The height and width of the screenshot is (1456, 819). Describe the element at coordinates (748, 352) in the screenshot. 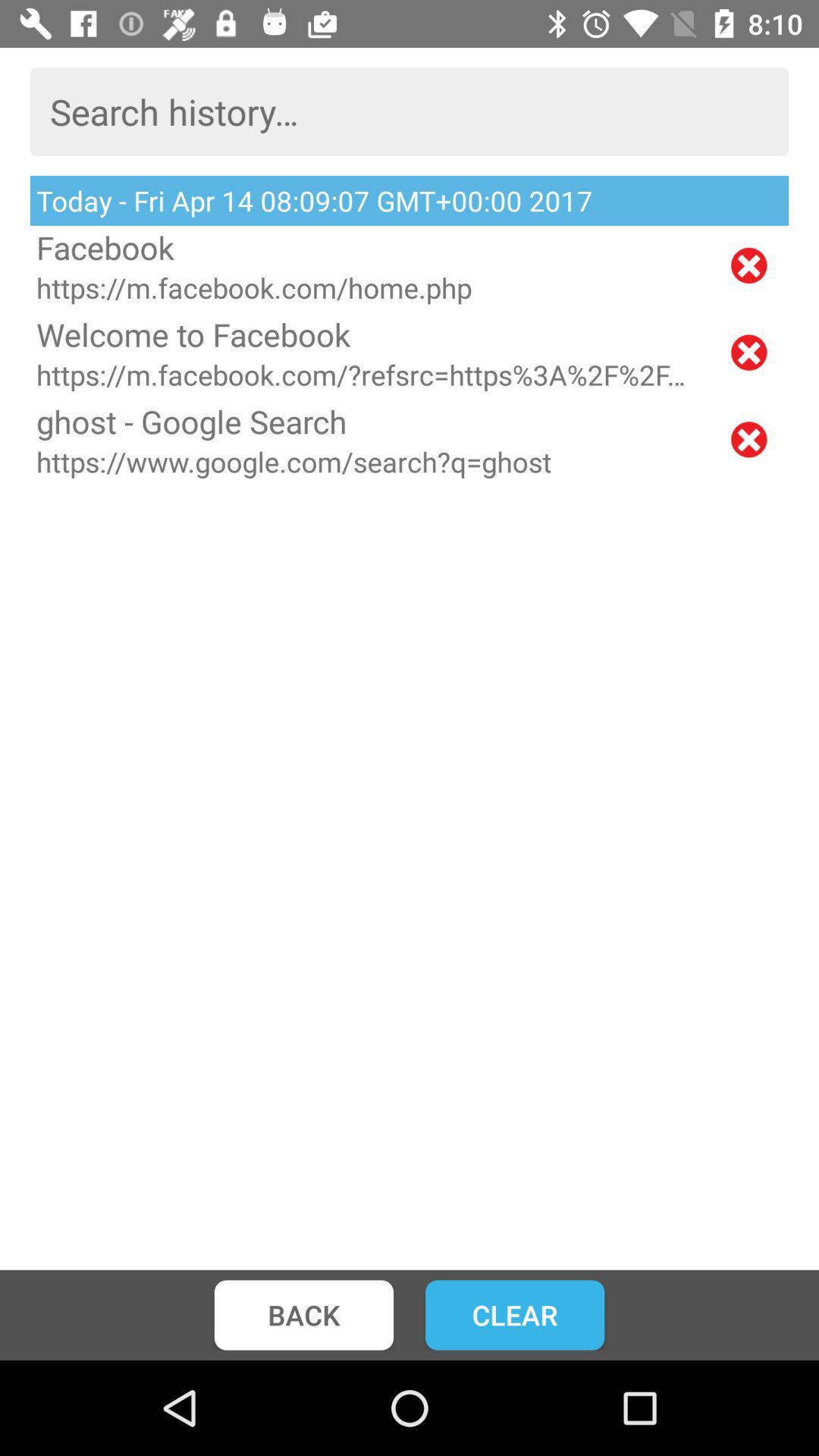

I see `delete search` at that location.